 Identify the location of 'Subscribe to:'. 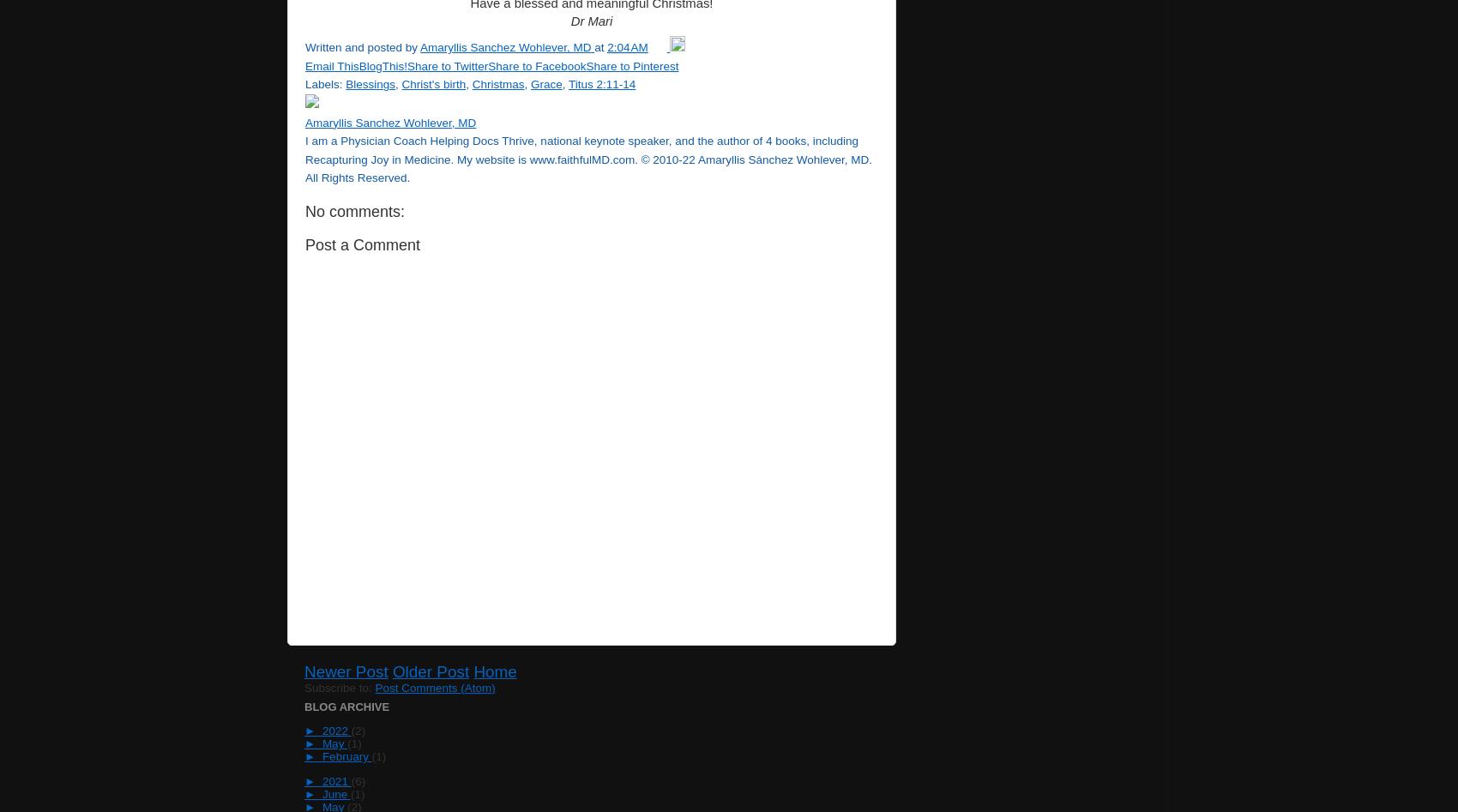
(338, 688).